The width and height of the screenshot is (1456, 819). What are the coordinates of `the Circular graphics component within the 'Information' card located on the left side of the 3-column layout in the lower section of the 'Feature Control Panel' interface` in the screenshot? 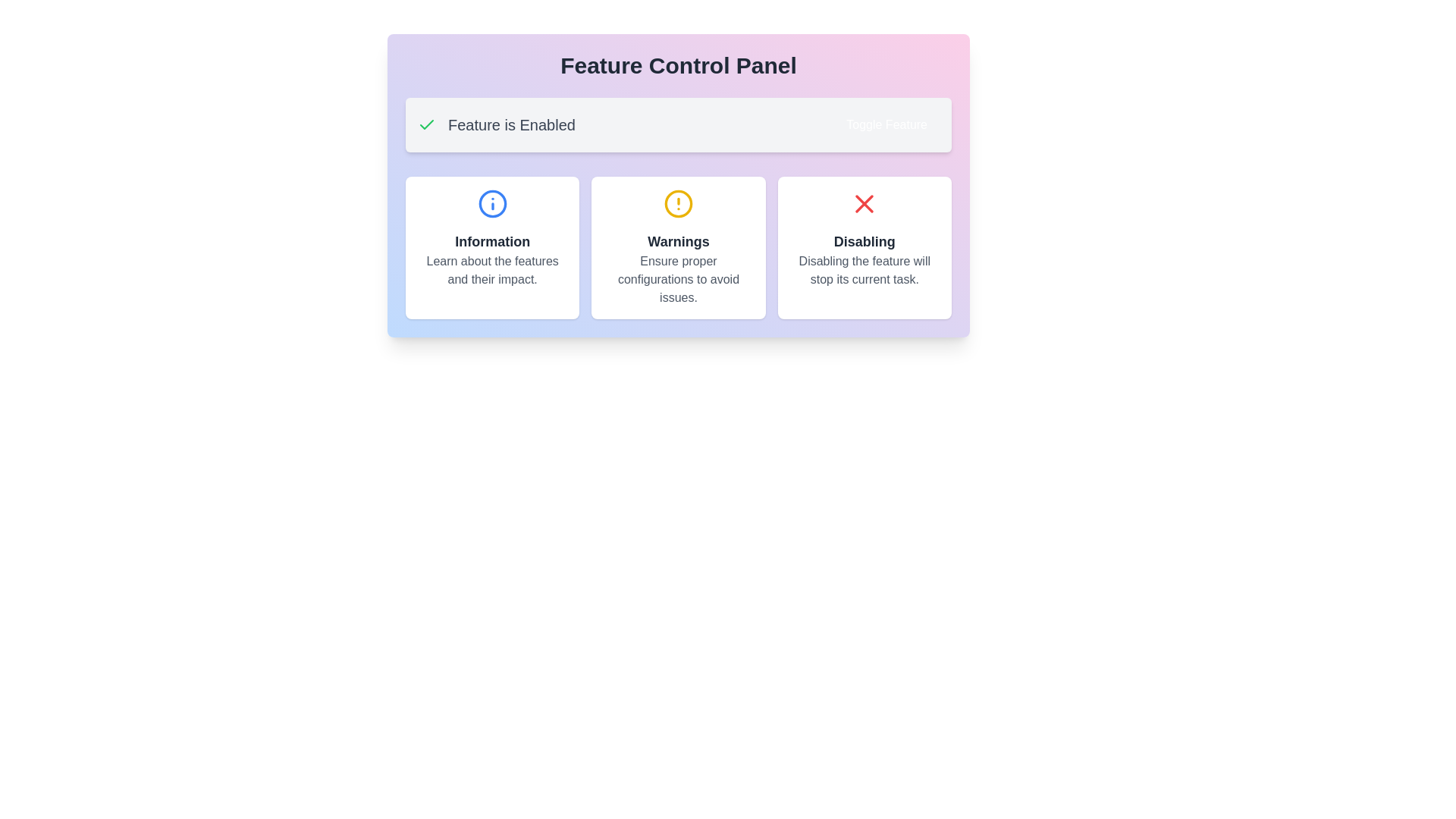 It's located at (492, 203).